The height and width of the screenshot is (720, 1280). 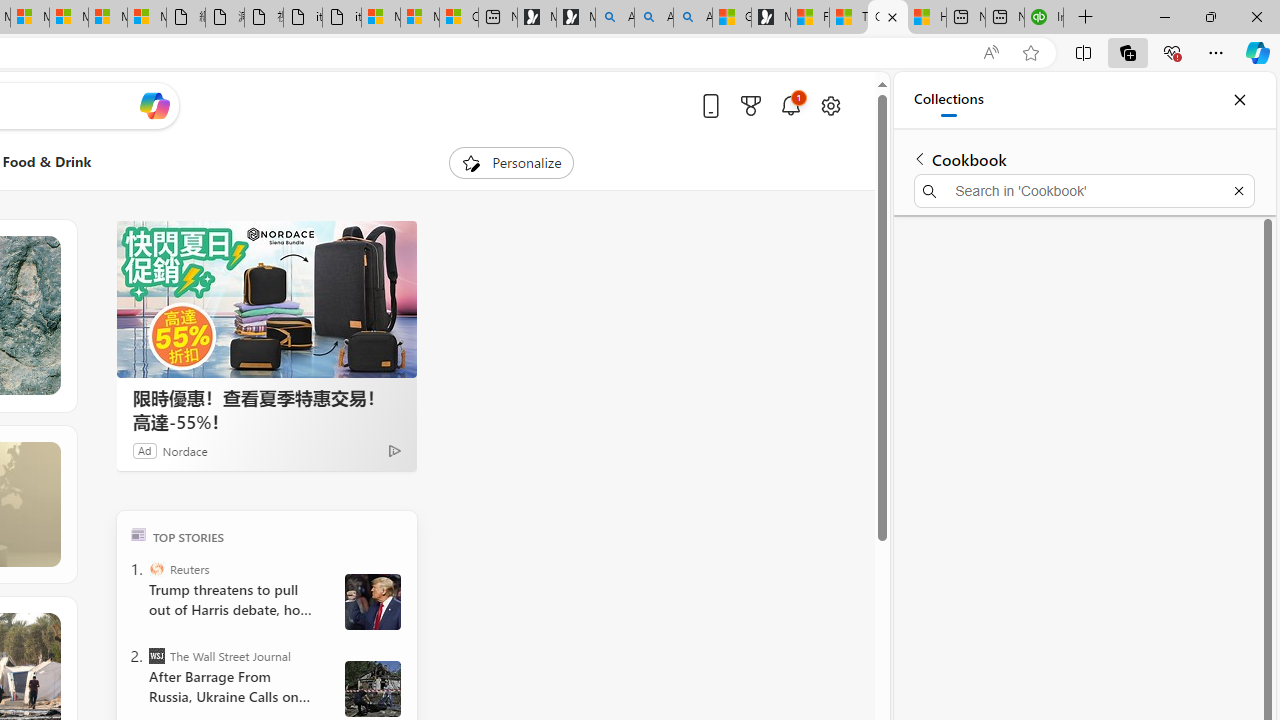 What do you see at coordinates (1043, 17) in the screenshot?
I see `'Intuit QuickBooks Online - Quickbooks'` at bounding box center [1043, 17].